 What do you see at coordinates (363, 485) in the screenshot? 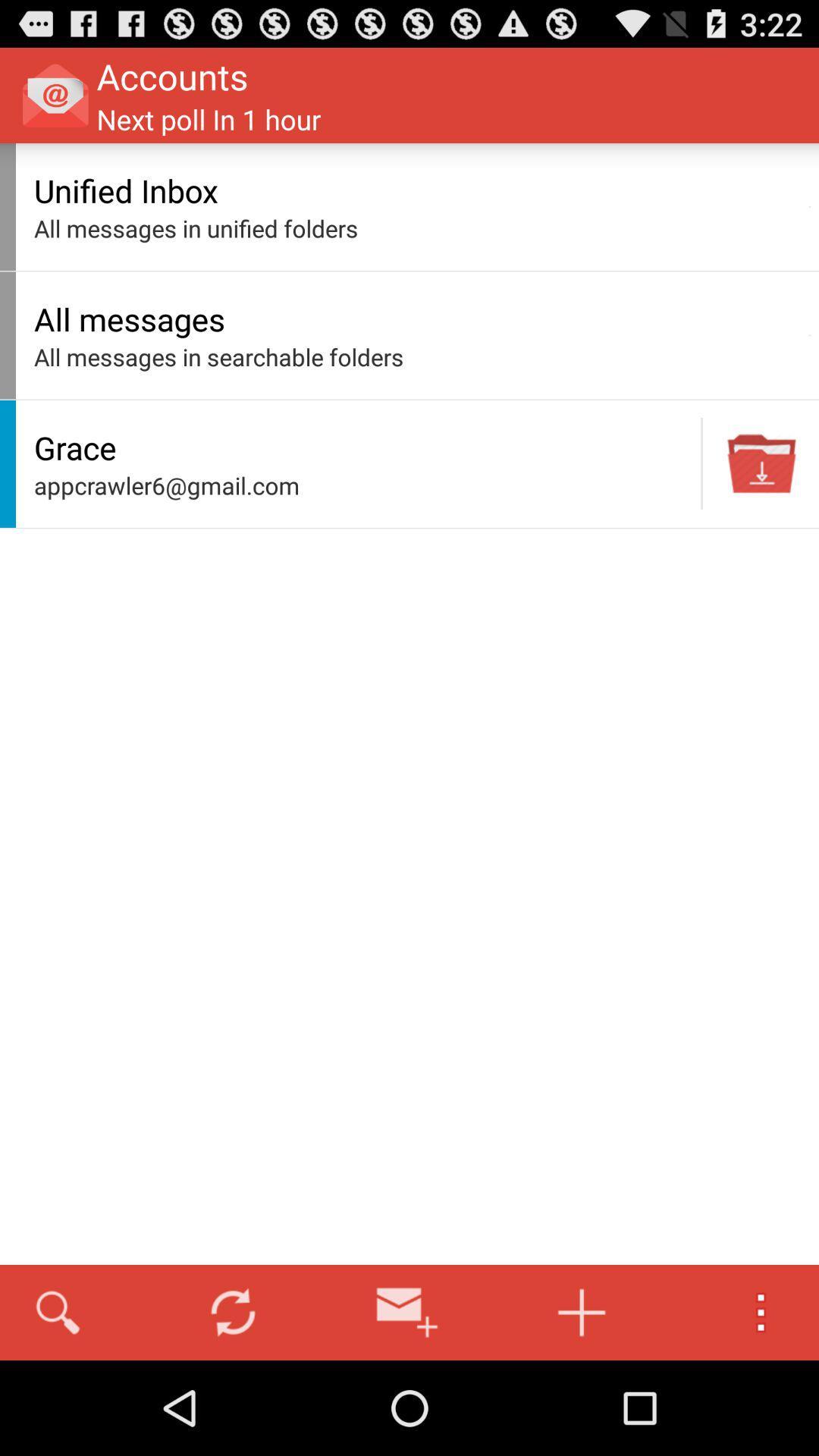
I see `item at the center` at bounding box center [363, 485].